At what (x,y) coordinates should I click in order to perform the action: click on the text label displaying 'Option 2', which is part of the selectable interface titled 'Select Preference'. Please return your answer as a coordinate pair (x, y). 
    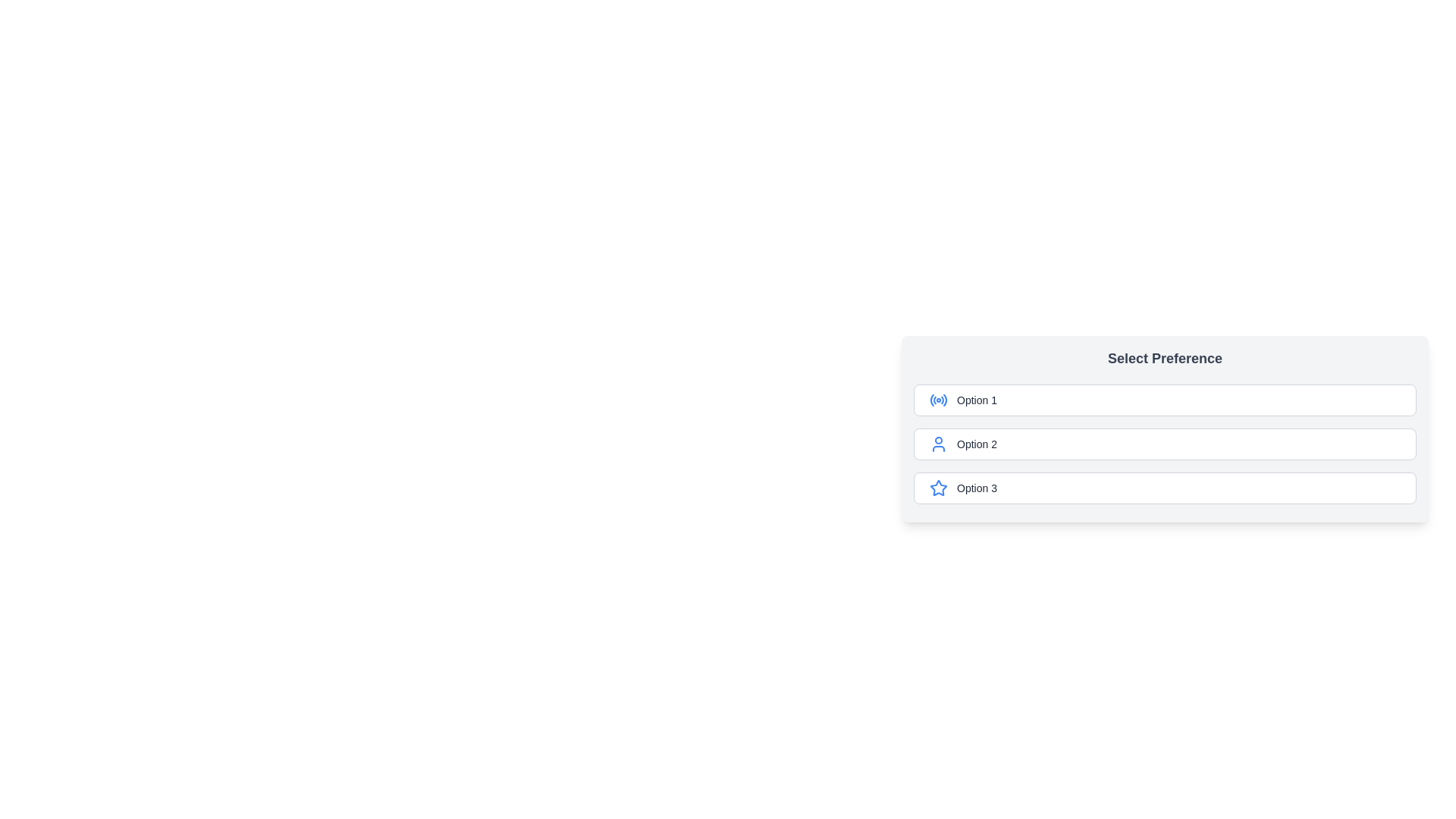
    Looking at the image, I should click on (977, 444).